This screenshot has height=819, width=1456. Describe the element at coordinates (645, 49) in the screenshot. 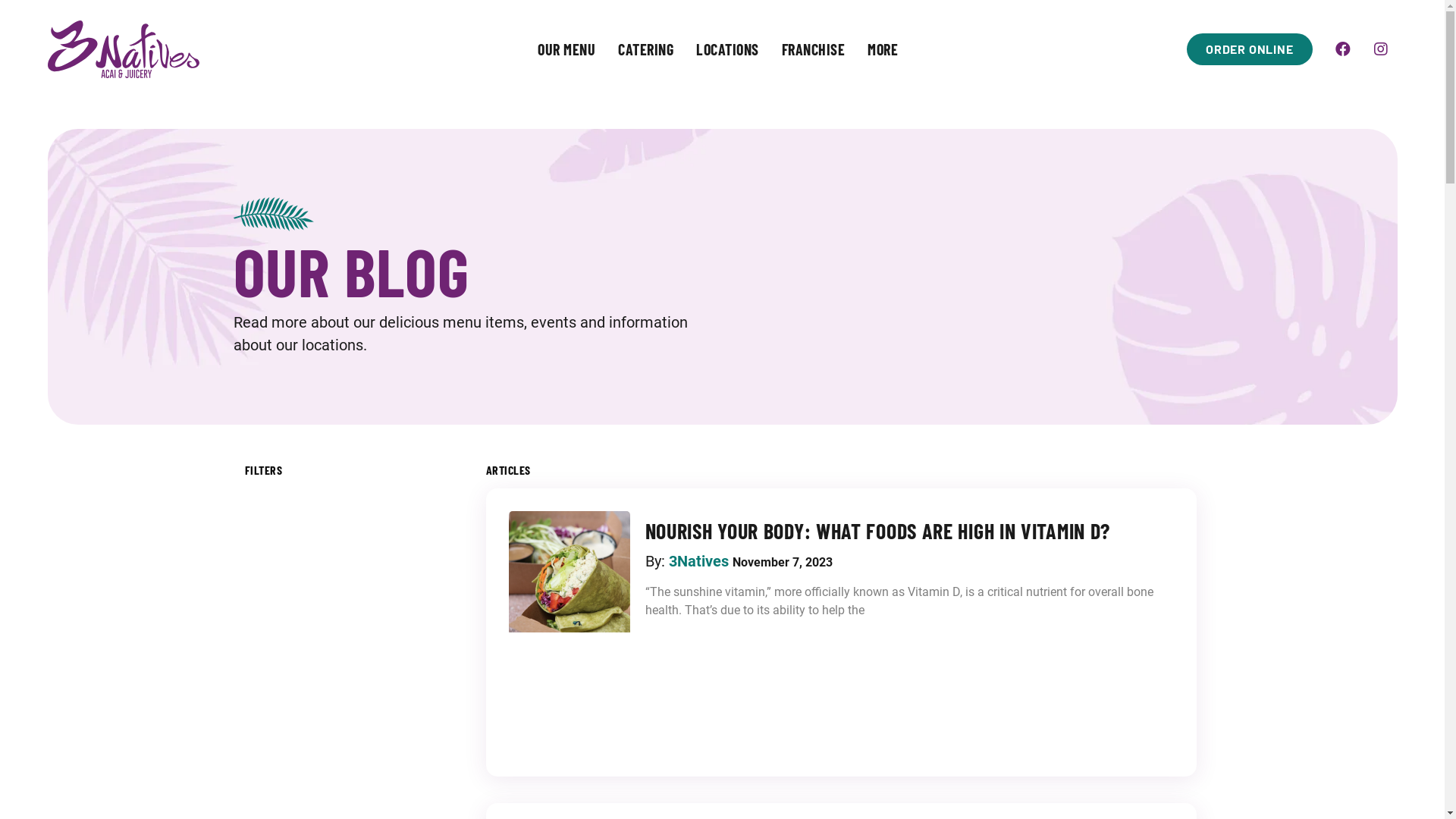

I see `'CATERING'` at that location.